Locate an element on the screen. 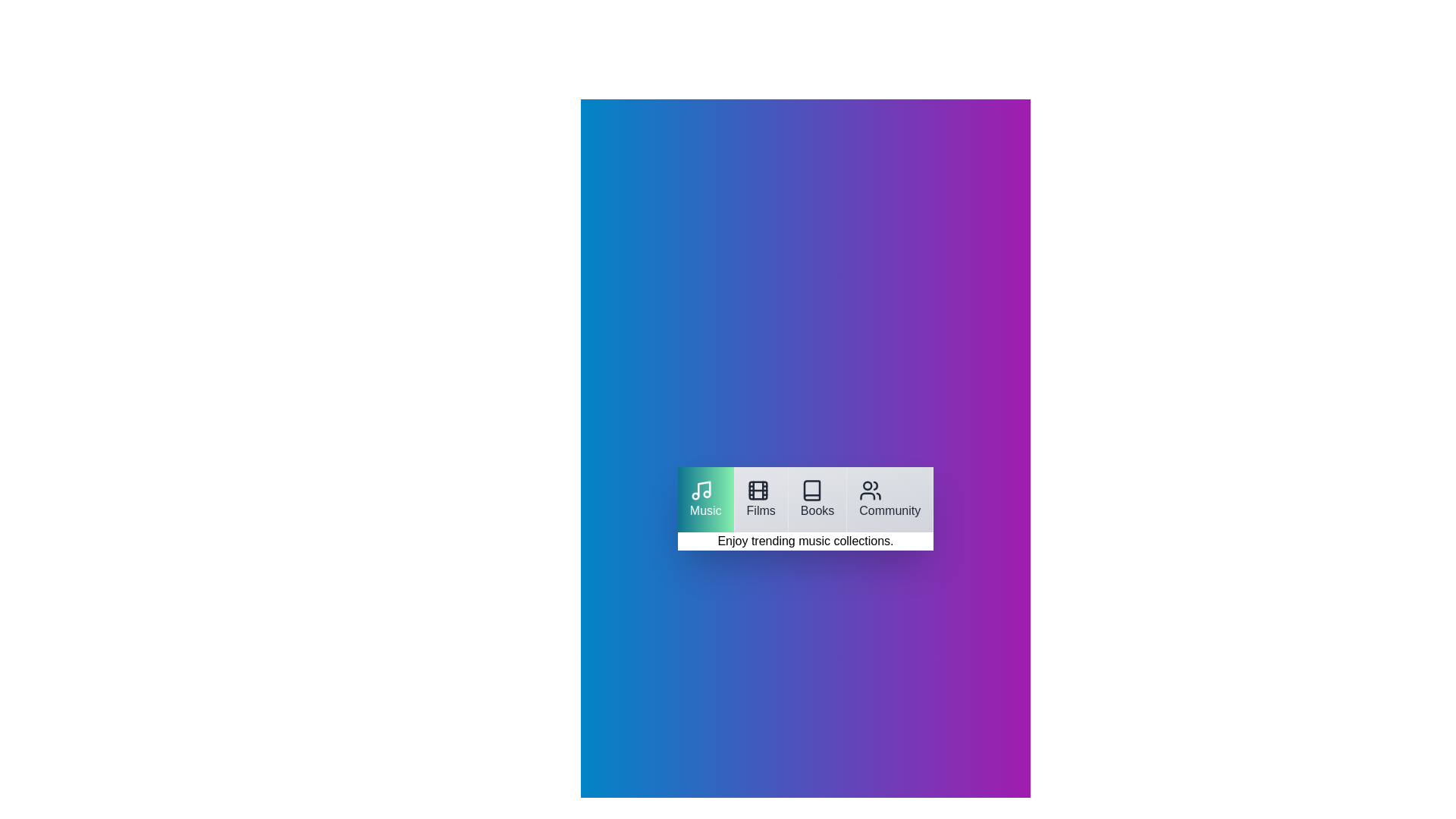 The image size is (1456, 819). the descriptive text label located directly below the horizontal navigation menu in the Music section of the interface is located at coordinates (805, 540).